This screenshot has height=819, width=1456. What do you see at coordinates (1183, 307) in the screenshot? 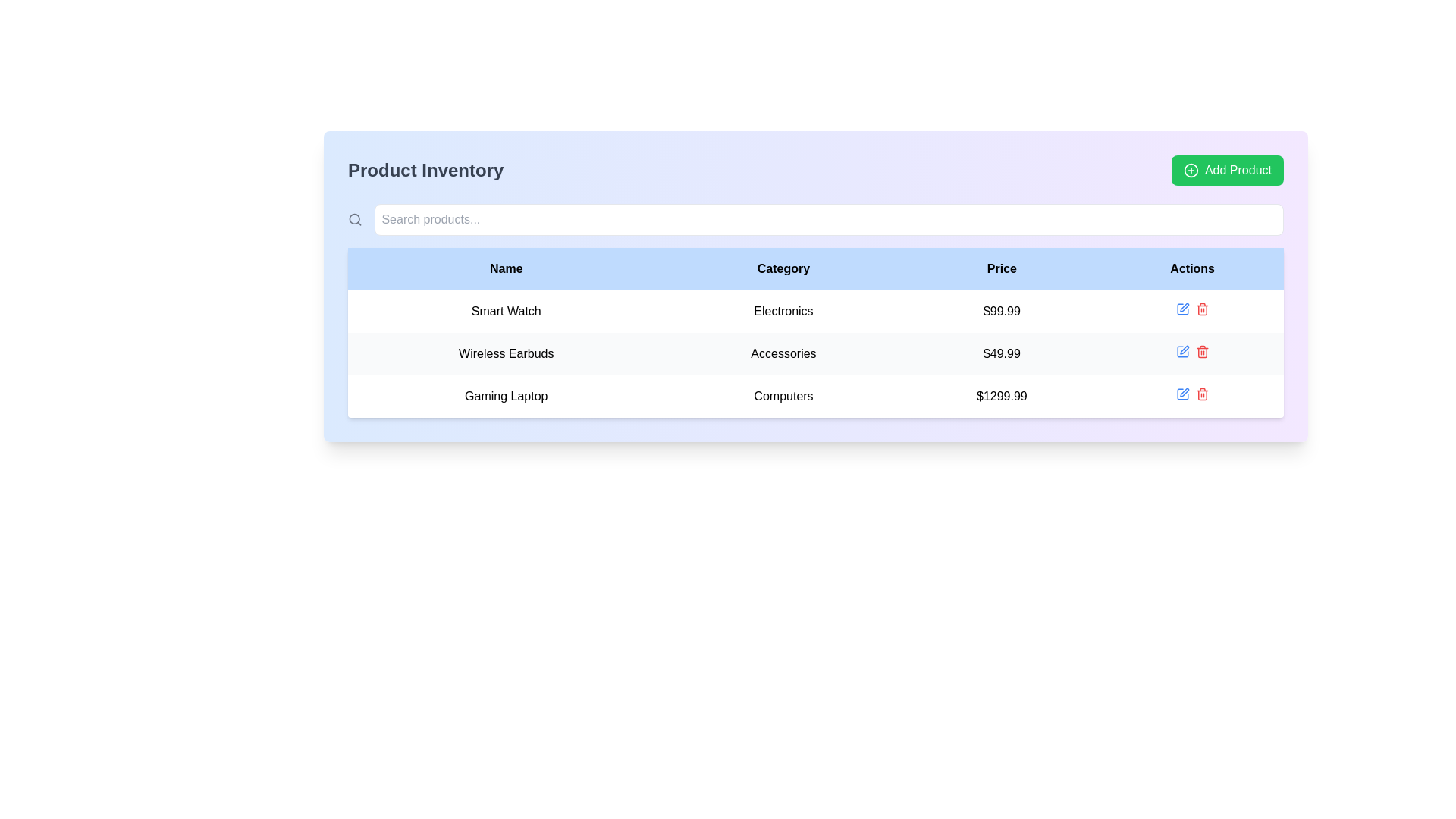
I see `the pencil-like icon in the 'Actions' column associated with 'Wireless Earbuds' to initiate editing` at bounding box center [1183, 307].